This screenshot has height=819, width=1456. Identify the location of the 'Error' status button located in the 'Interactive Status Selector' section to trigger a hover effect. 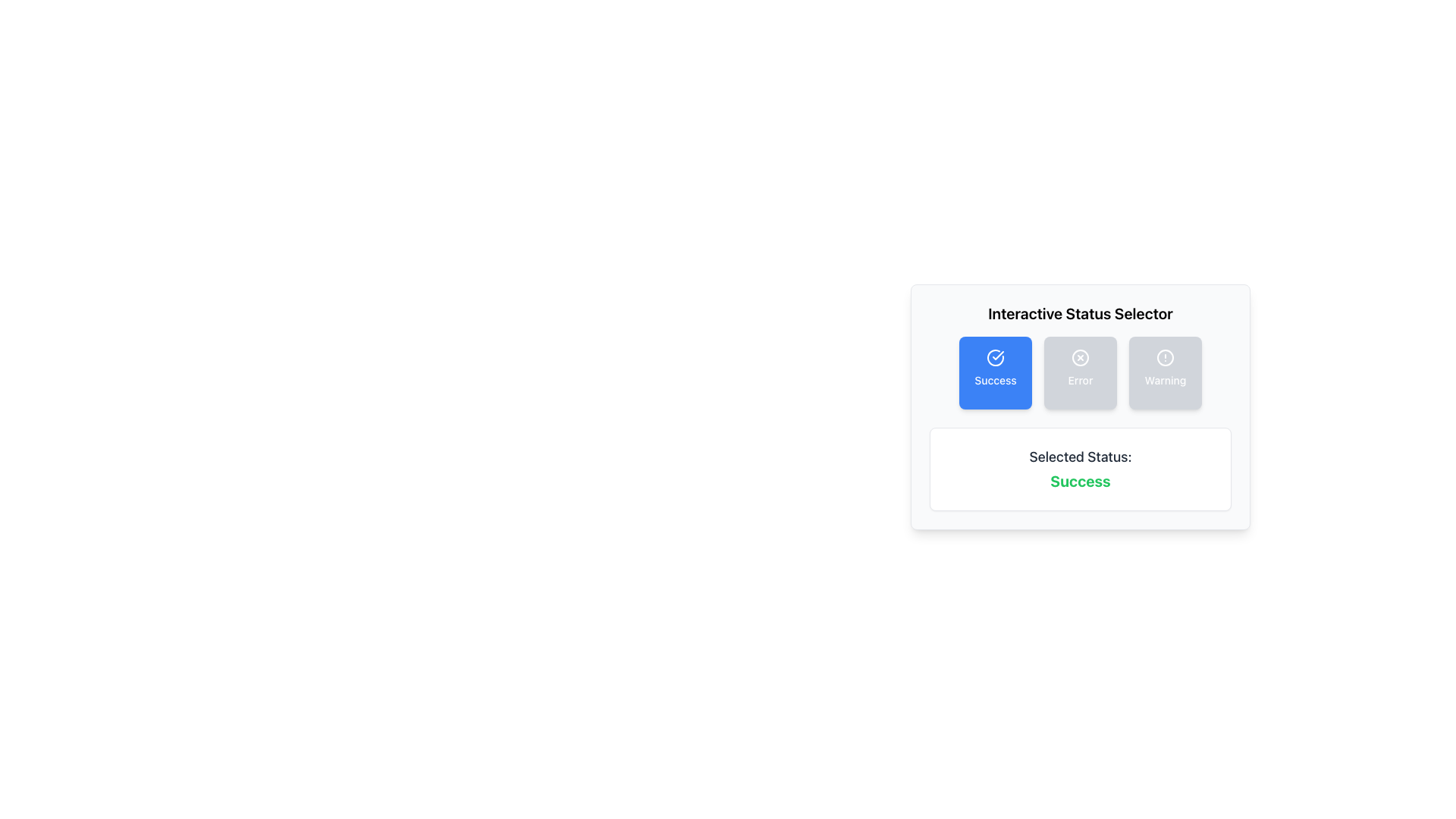
(1080, 373).